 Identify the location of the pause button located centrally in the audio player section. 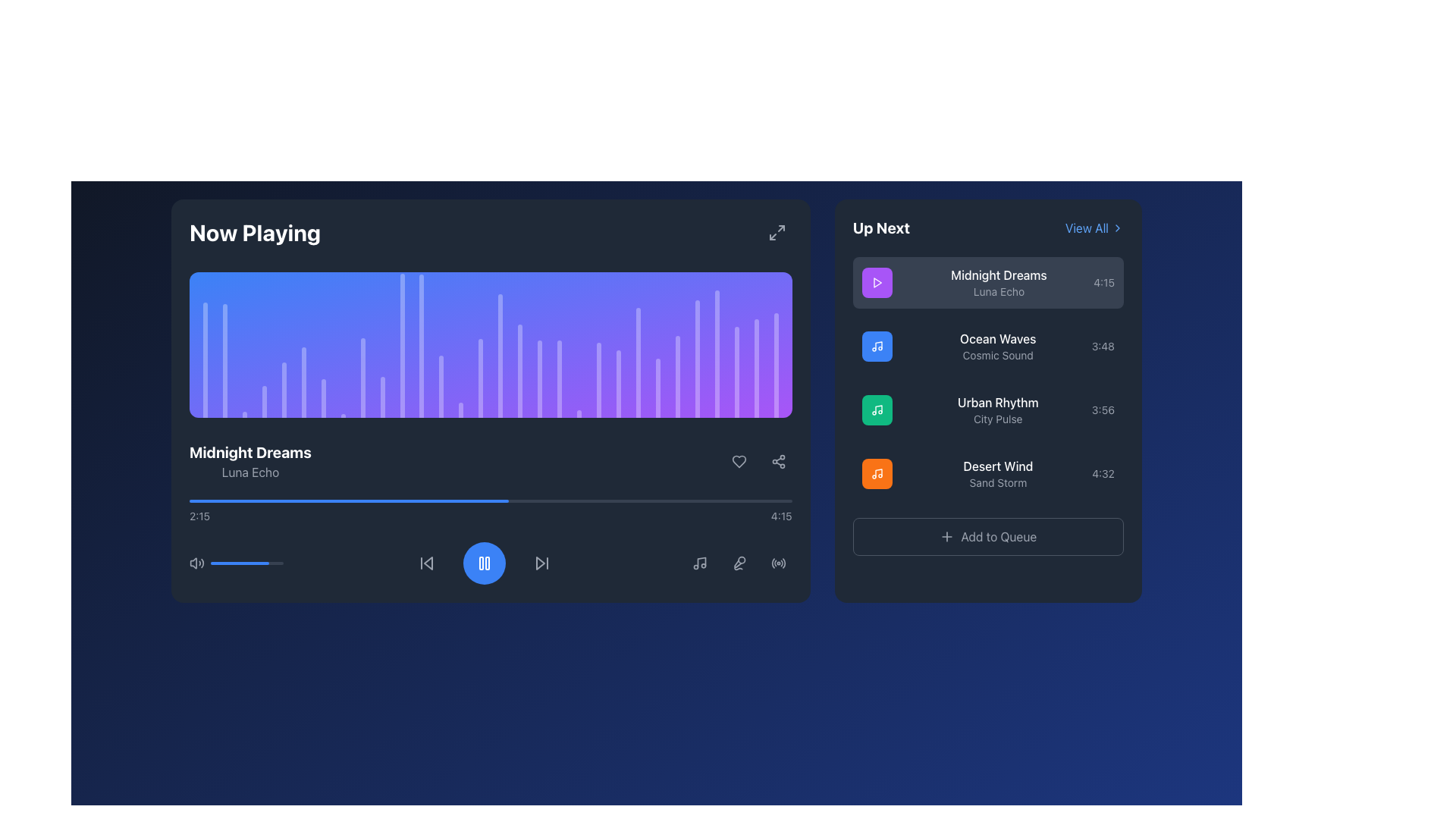
(484, 563).